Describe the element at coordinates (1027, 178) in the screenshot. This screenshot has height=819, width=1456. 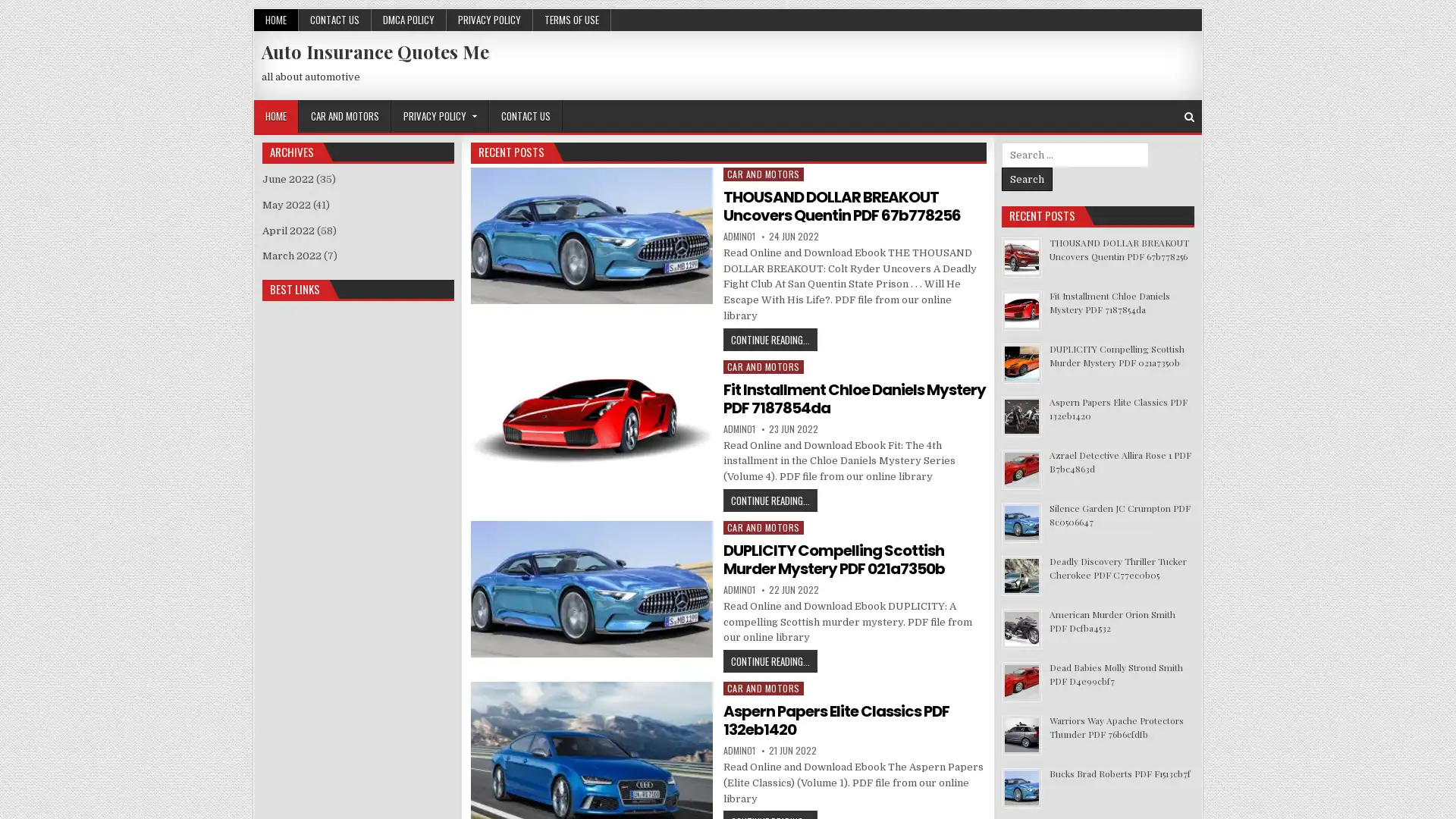
I see `Search` at that location.